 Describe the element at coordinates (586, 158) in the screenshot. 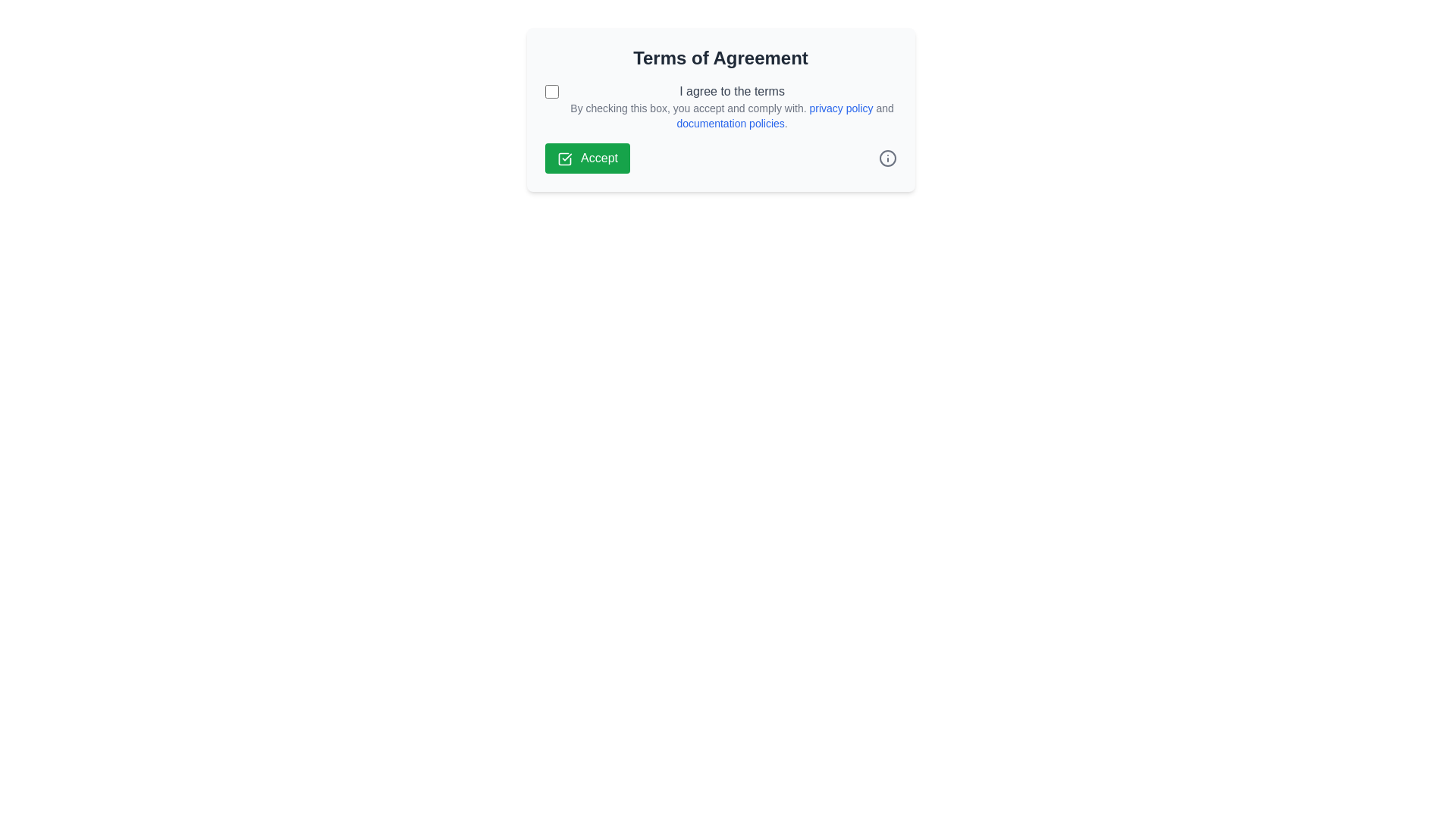

I see `the 'Accept' button with a vibrant green background and a white checkmark icon located at the bottom-left corner of the 'Terms of Agreement' section to confirm acceptance` at that location.